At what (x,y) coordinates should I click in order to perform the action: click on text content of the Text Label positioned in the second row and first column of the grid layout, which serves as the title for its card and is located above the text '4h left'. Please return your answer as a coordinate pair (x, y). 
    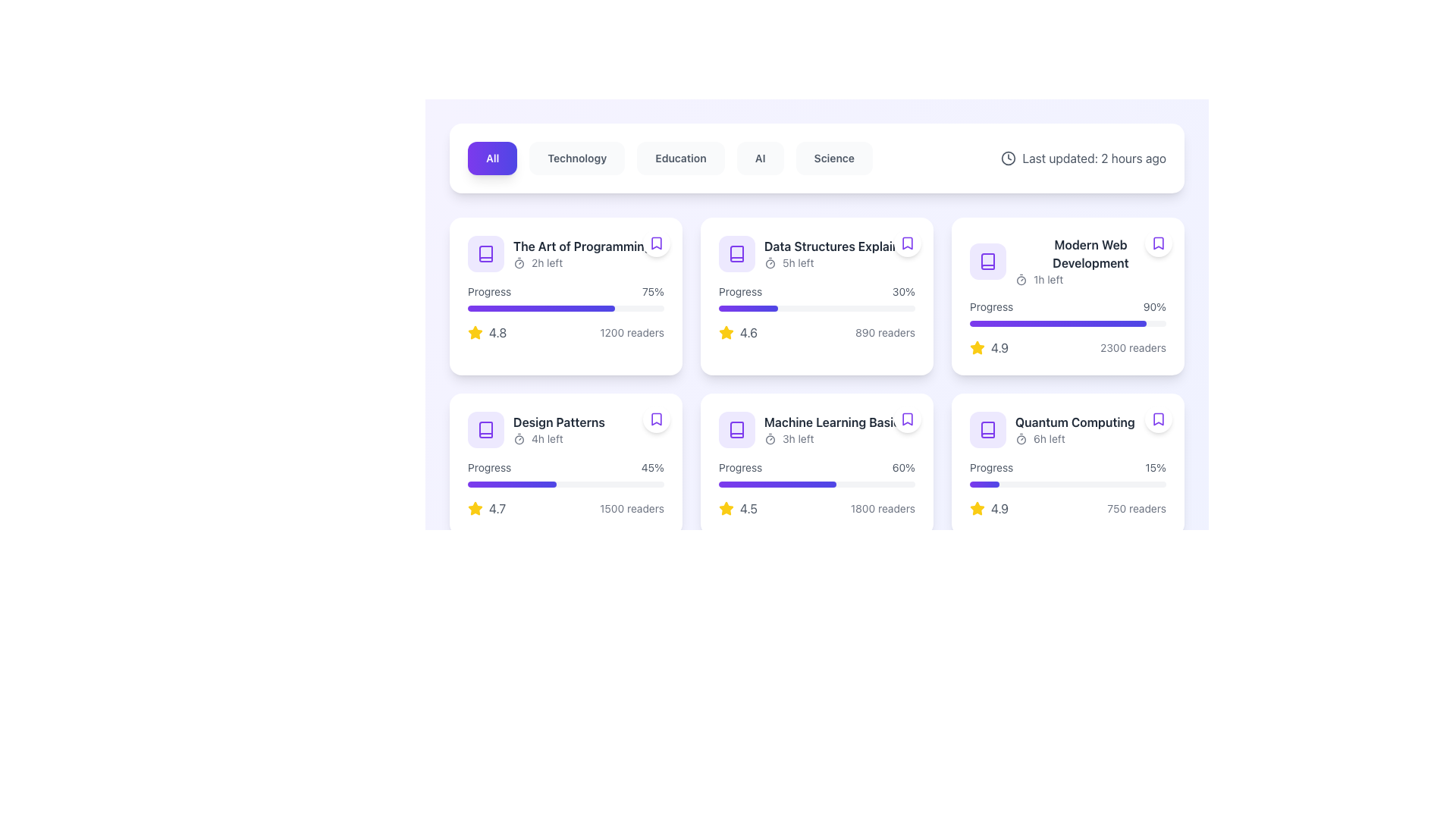
    Looking at the image, I should click on (558, 422).